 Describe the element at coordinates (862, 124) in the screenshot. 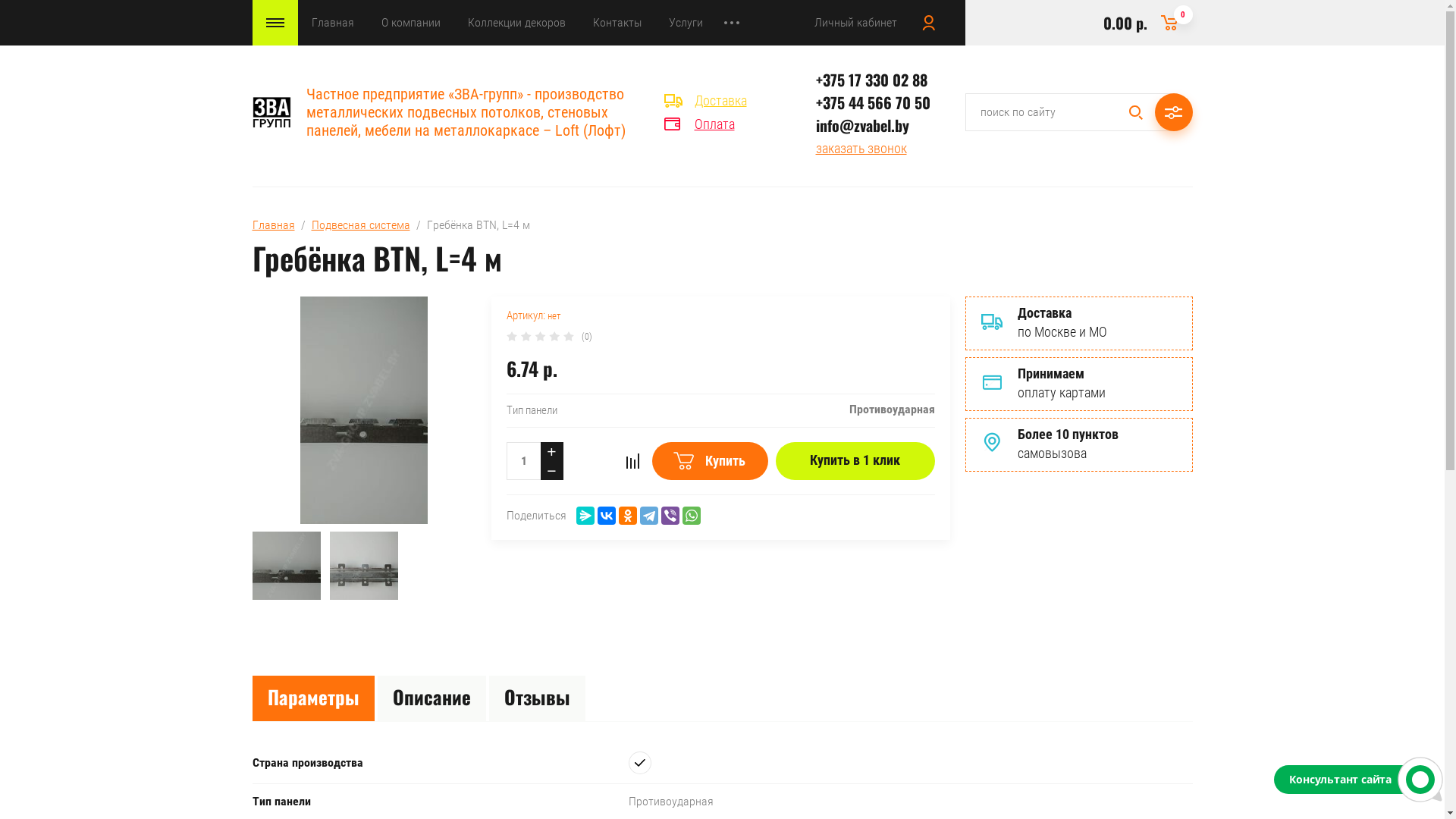

I see `'info@zvabel.by'` at that location.